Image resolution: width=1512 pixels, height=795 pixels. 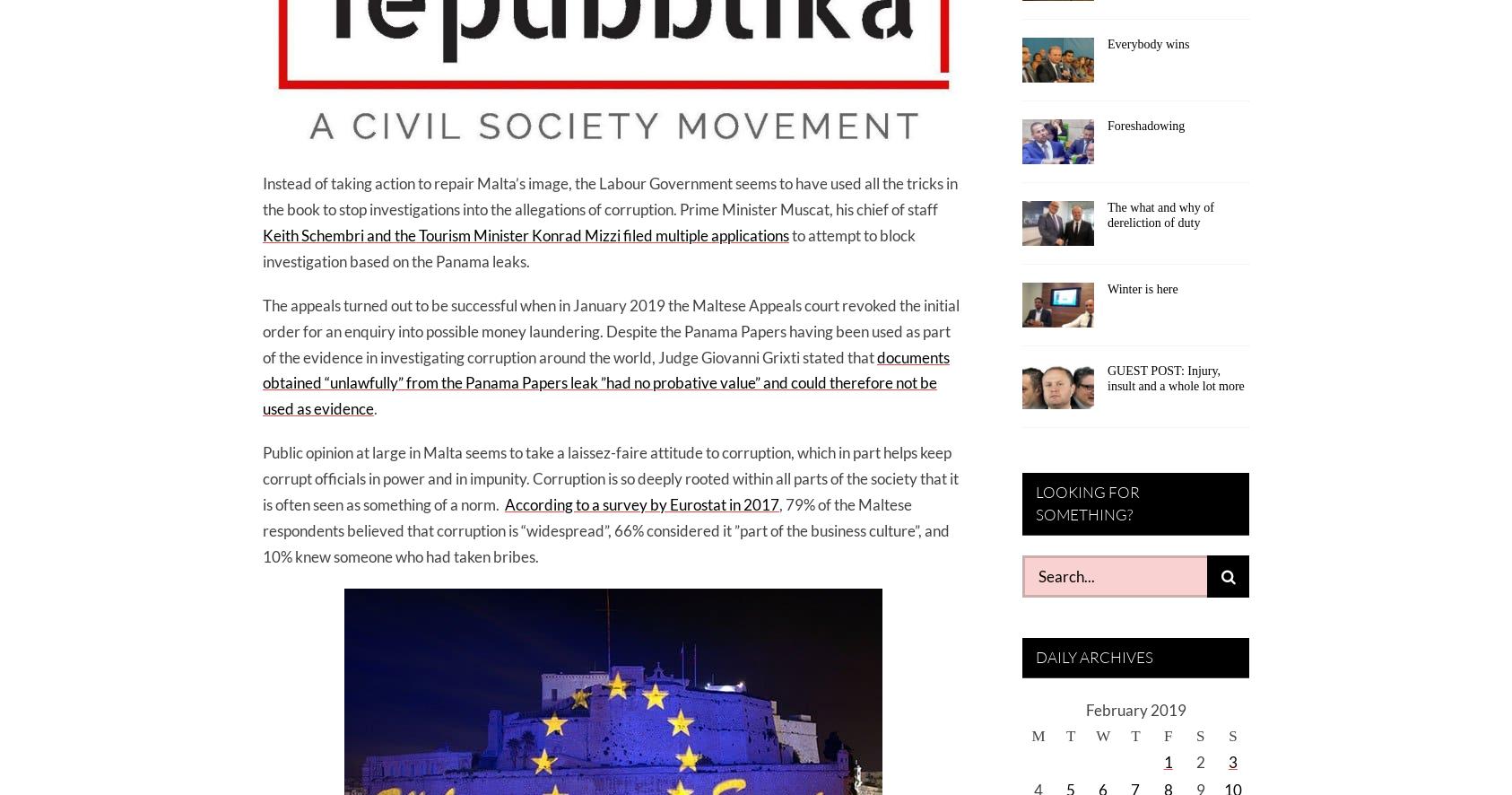 I want to click on 'LOOKING FOR SOMETHING?', so click(x=1035, y=502).